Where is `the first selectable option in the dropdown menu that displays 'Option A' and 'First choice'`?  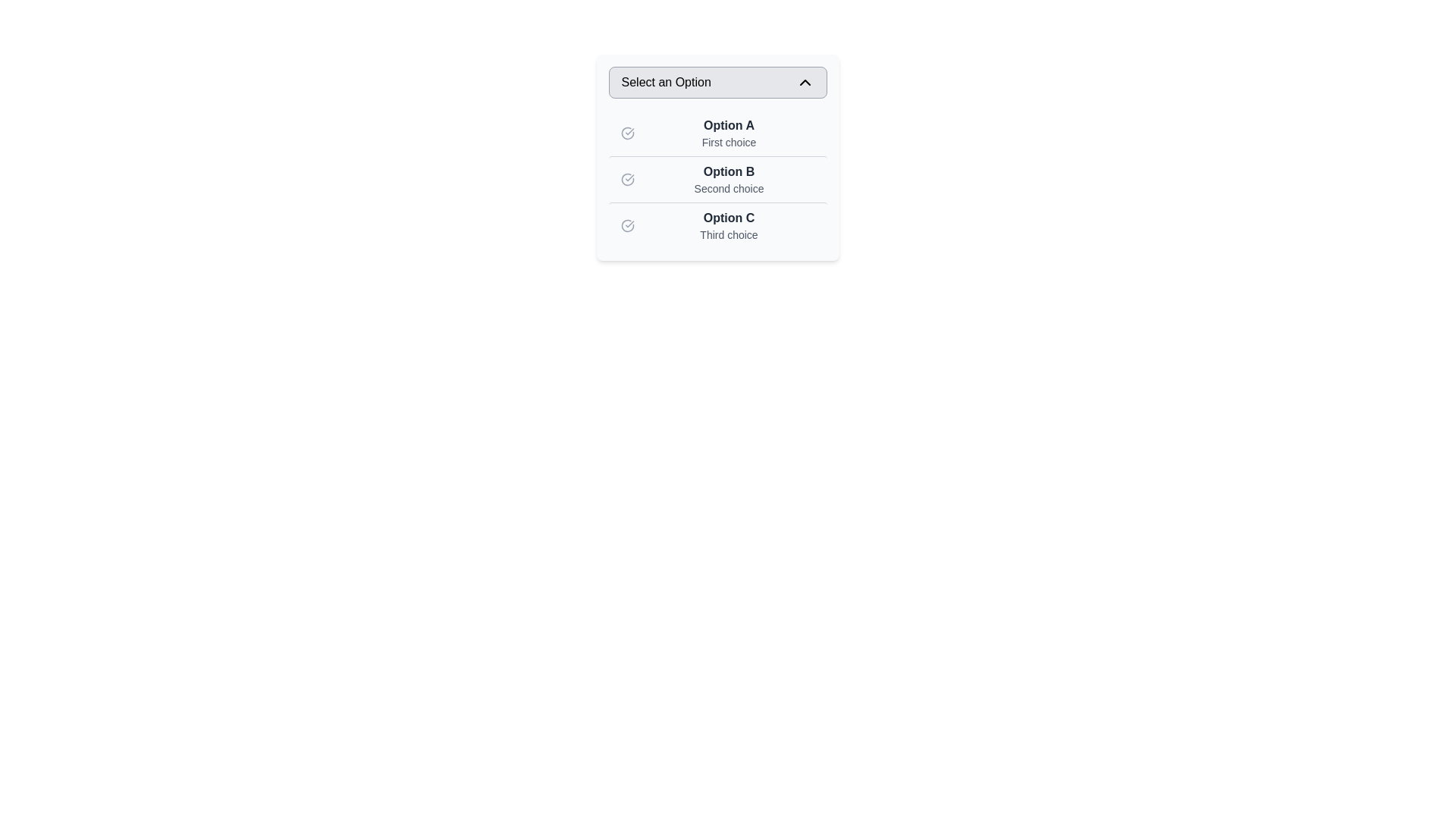 the first selectable option in the dropdown menu that displays 'Option A' and 'First choice' is located at coordinates (729, 133).